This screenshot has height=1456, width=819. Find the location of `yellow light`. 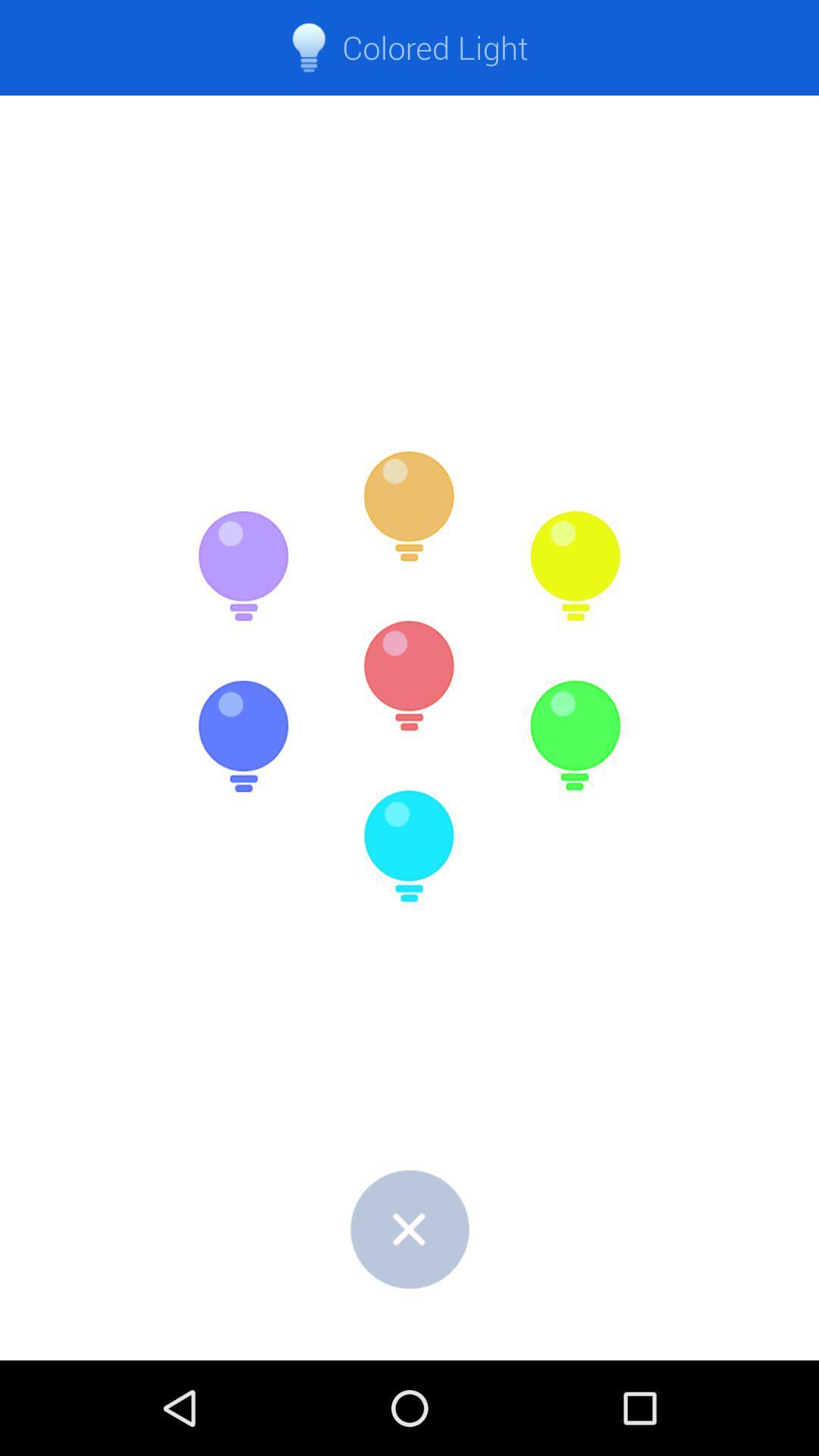

yellow light is located at coordinates (575, 566).